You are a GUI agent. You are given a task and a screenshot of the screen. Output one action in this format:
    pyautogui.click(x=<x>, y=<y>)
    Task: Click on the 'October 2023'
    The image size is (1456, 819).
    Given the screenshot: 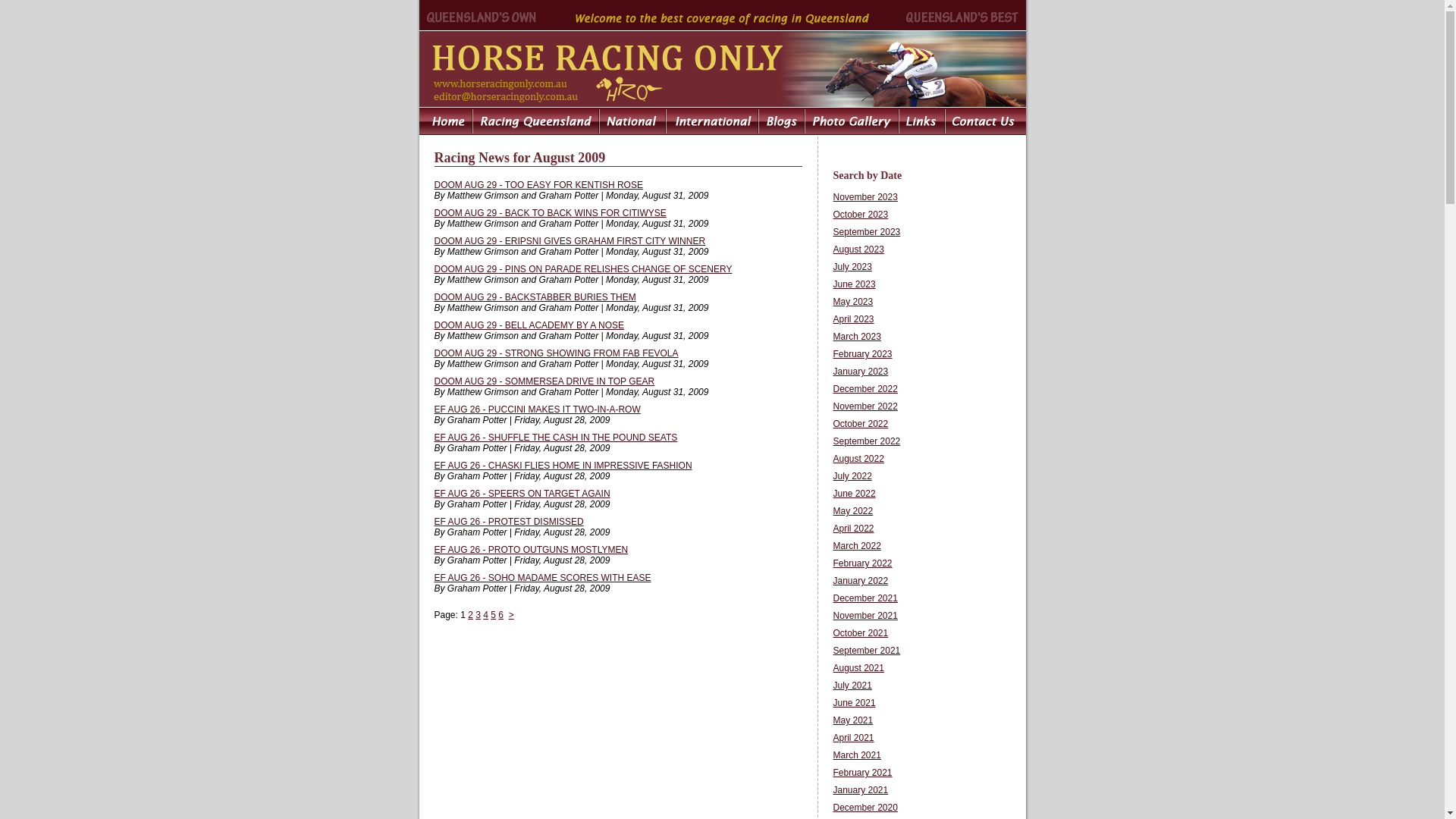 What is the action you would take?
    pyautogui.click(x=860, y=214)
    